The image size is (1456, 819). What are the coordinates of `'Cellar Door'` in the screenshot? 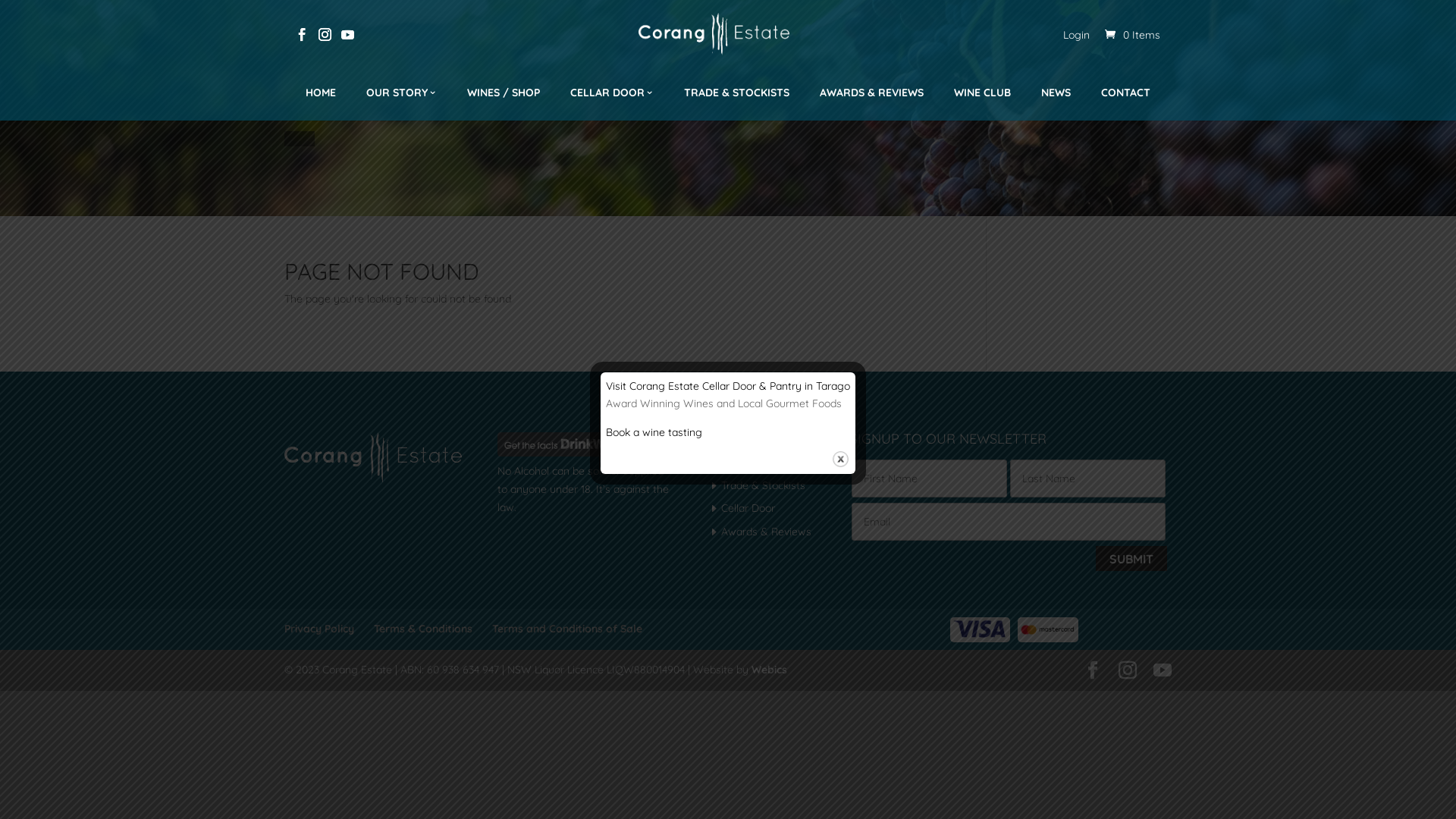 It's located at (720, 508).